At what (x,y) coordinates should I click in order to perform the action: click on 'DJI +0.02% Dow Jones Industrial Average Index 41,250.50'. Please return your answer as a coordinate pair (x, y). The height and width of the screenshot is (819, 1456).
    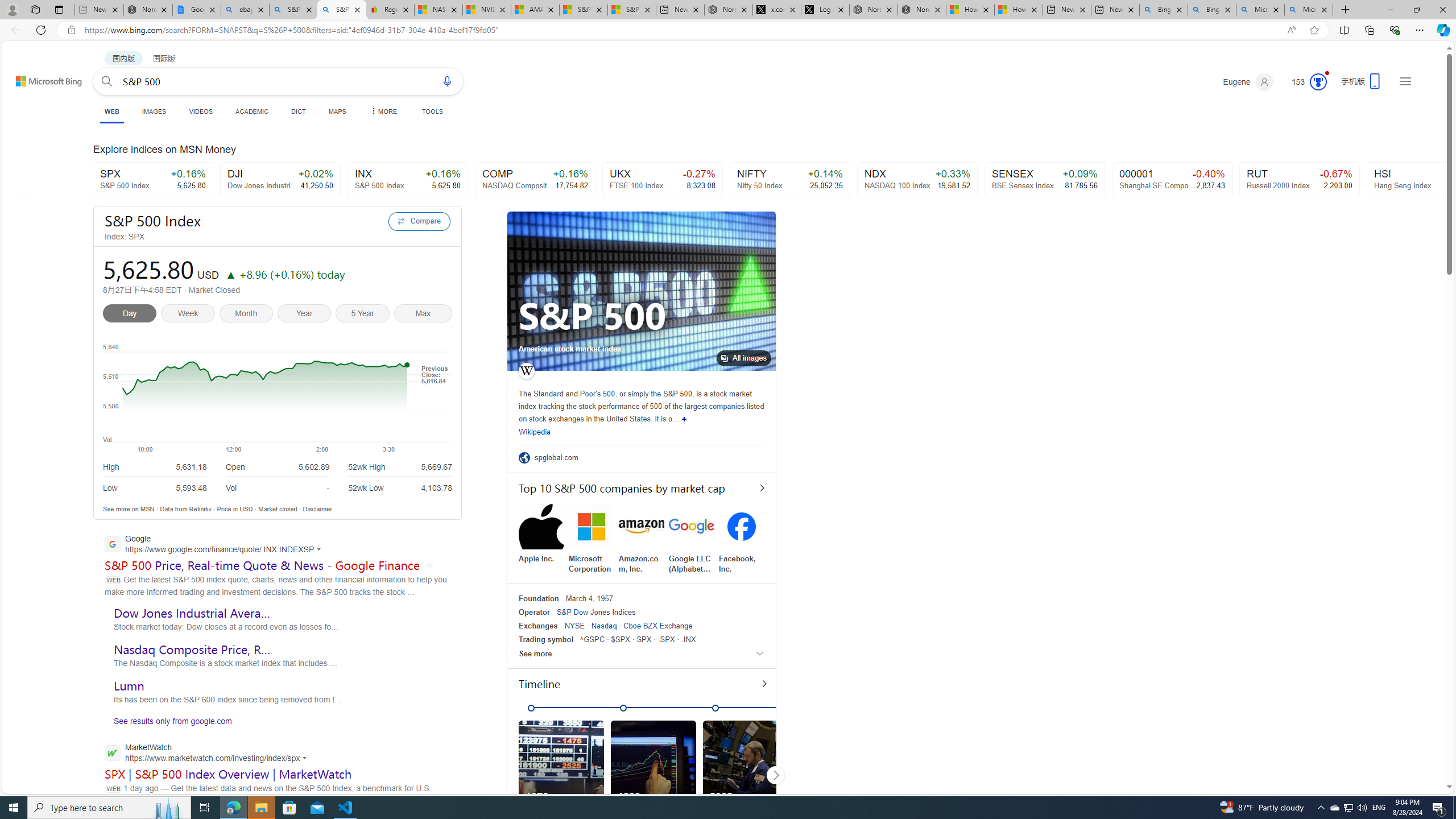
    Looking at the image, I should click on (280, 179).